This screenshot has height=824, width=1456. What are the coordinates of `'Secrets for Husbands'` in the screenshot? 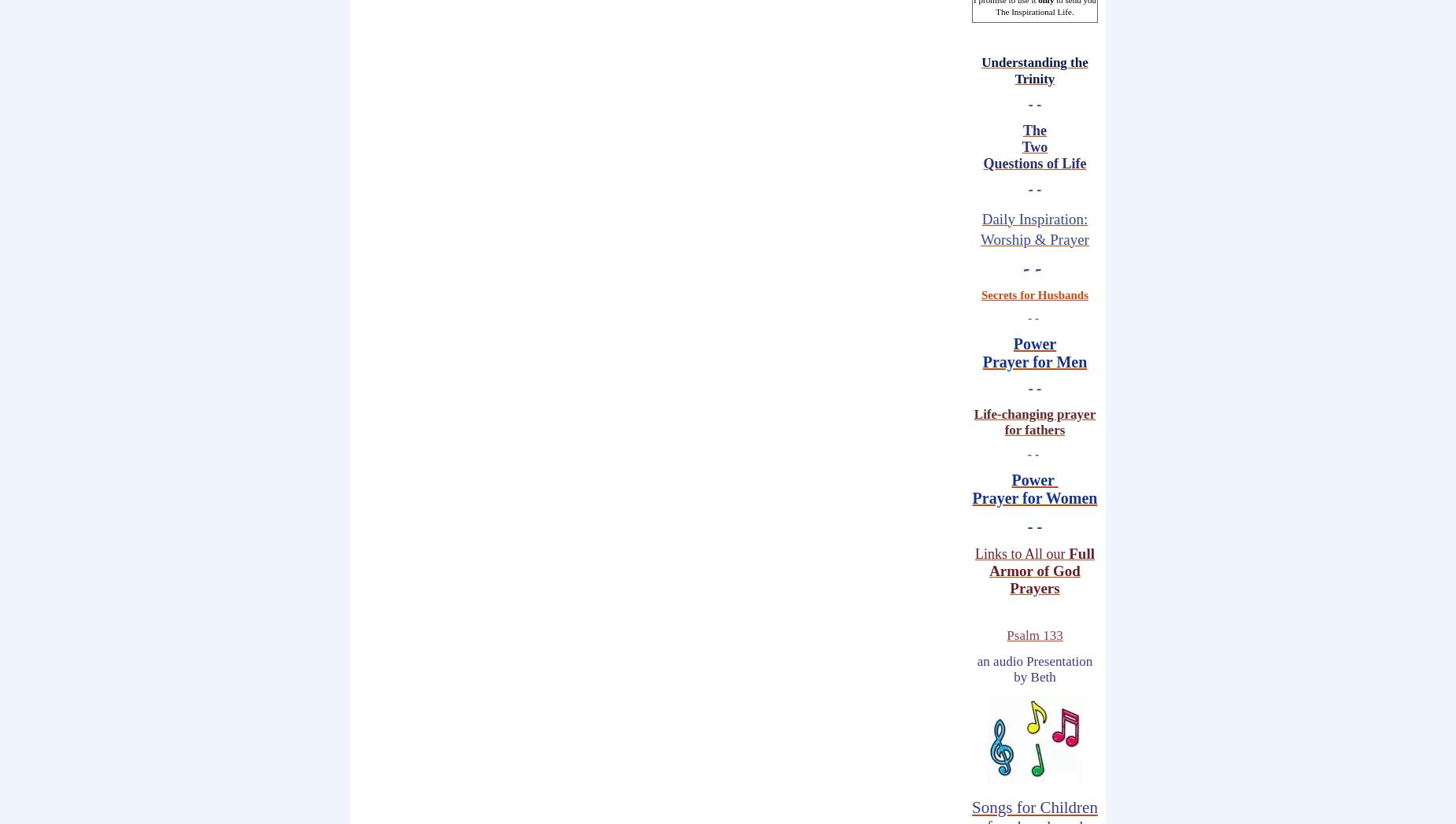 It's located at (1033, 295).